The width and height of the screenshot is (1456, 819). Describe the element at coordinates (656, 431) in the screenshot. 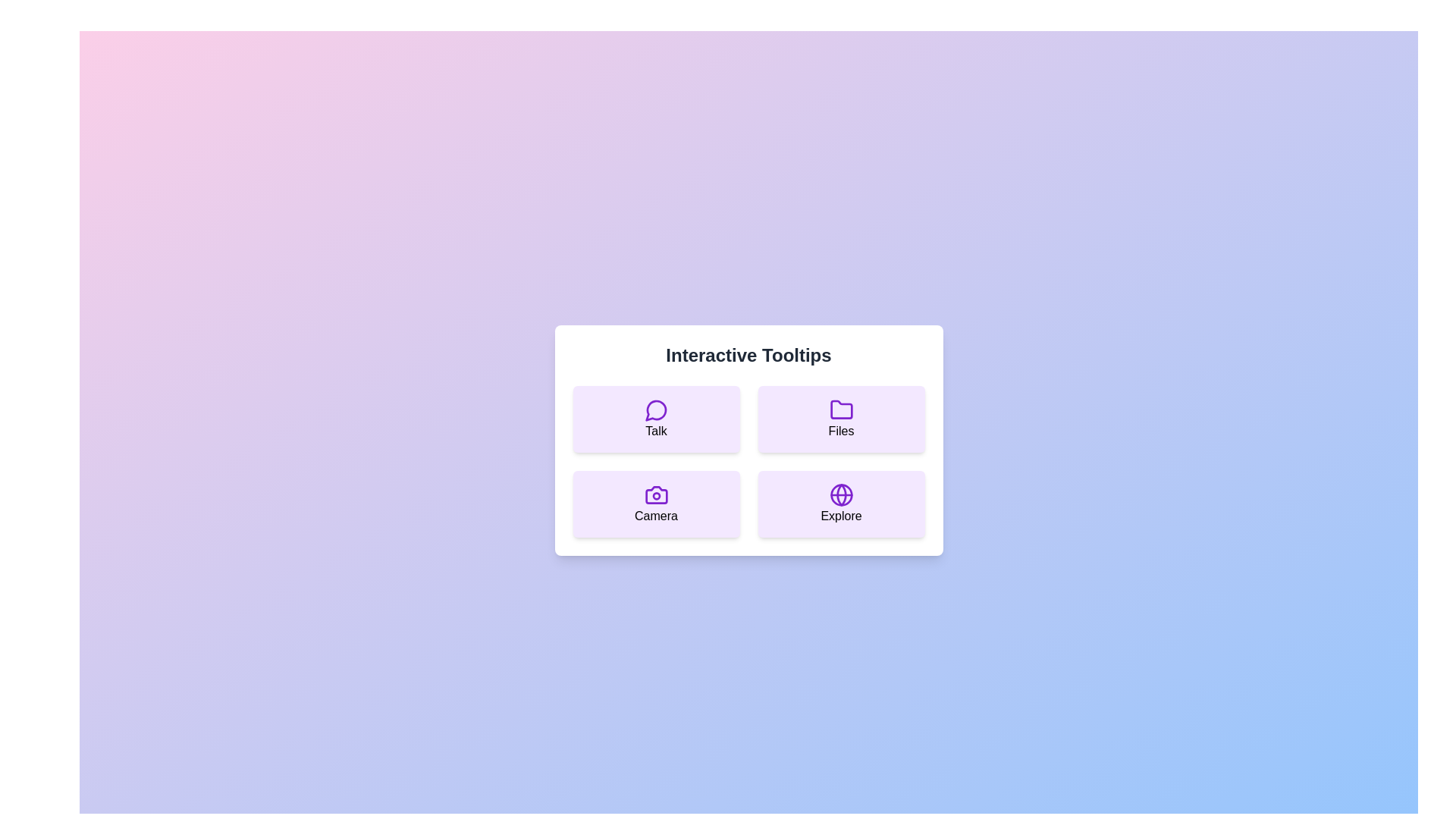

I see `the Text label that serves as a description for the 'Talk' button located in the top-left quadrant of the interactive tooltips panel` at that location.